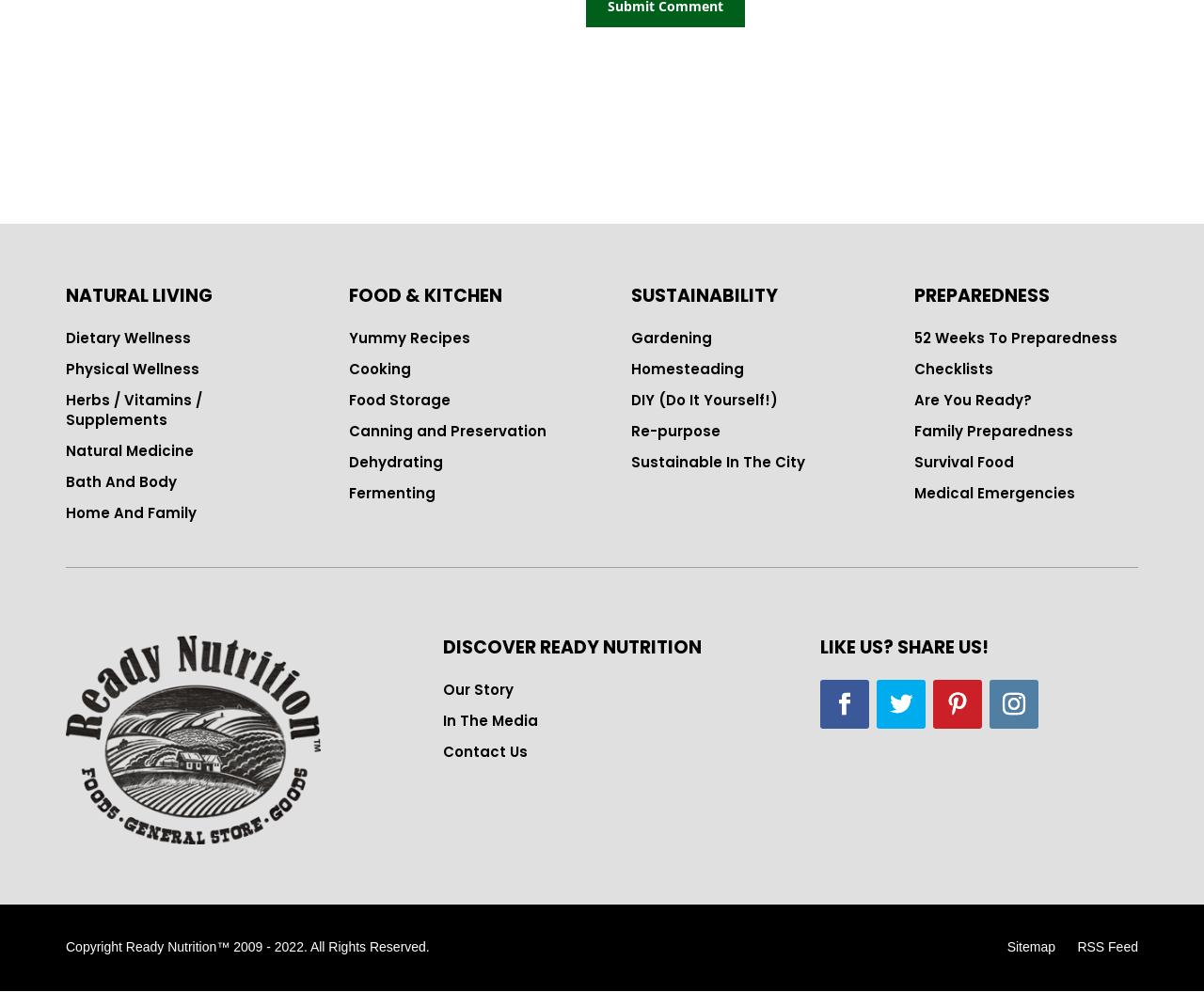 This screenshot has height=992, width=1204. What do you see at coordinates (489, 719) in the screenshot?
I see `'In The Media'` at bounding box center [489, 719].